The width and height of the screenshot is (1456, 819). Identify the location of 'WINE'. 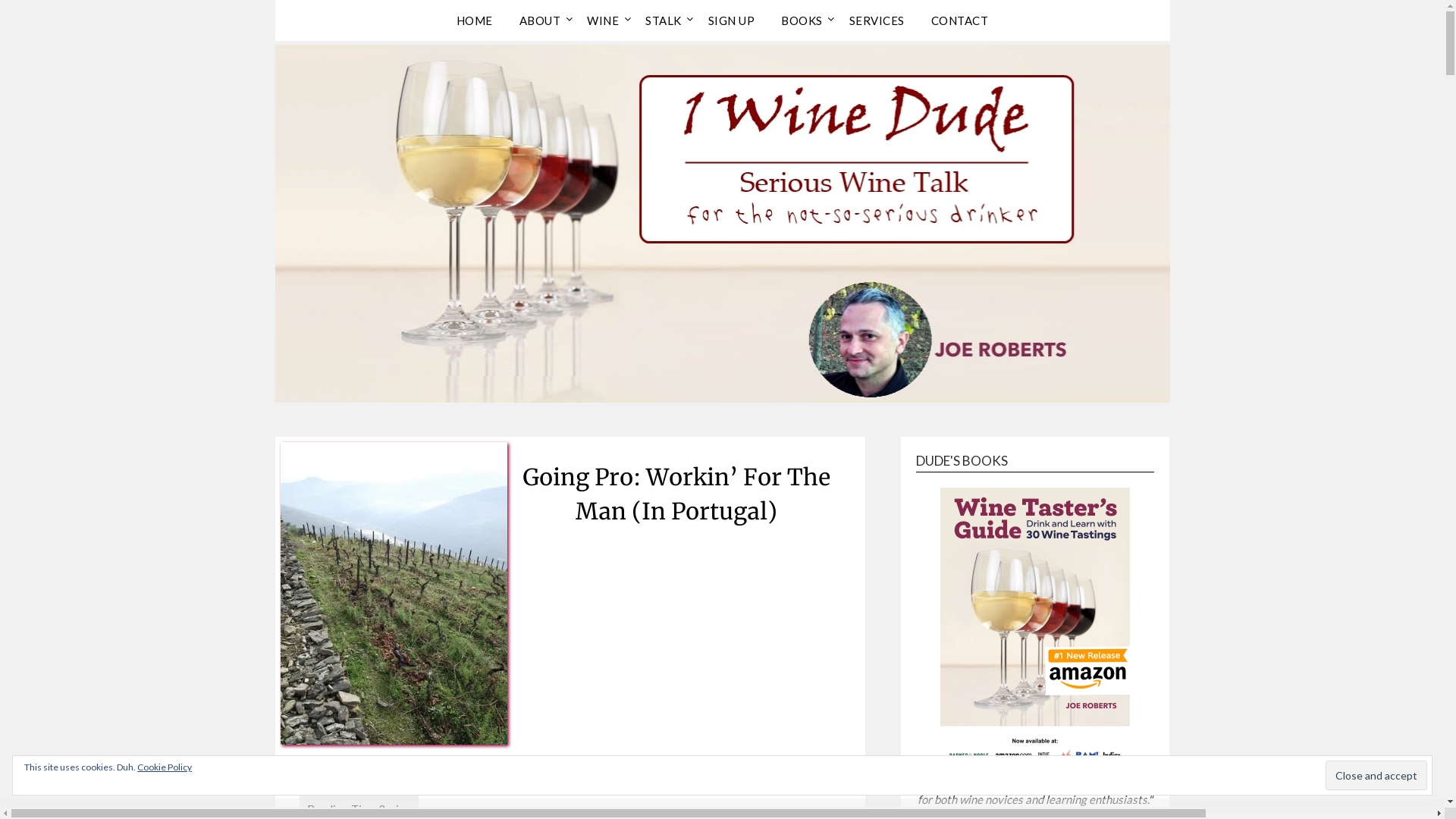
(602, 20).